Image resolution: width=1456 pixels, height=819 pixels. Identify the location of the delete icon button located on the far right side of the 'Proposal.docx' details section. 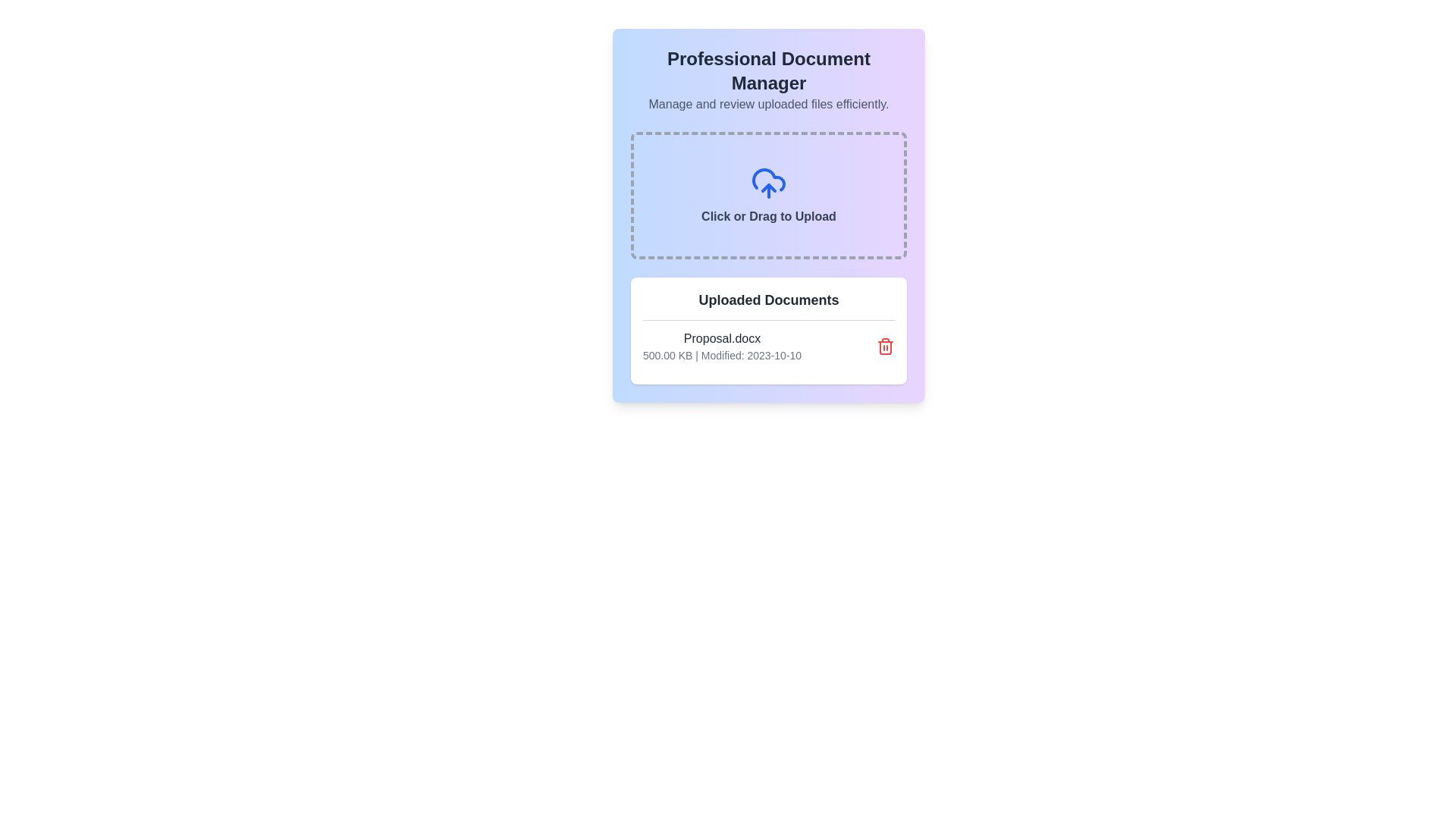
(885, 346).